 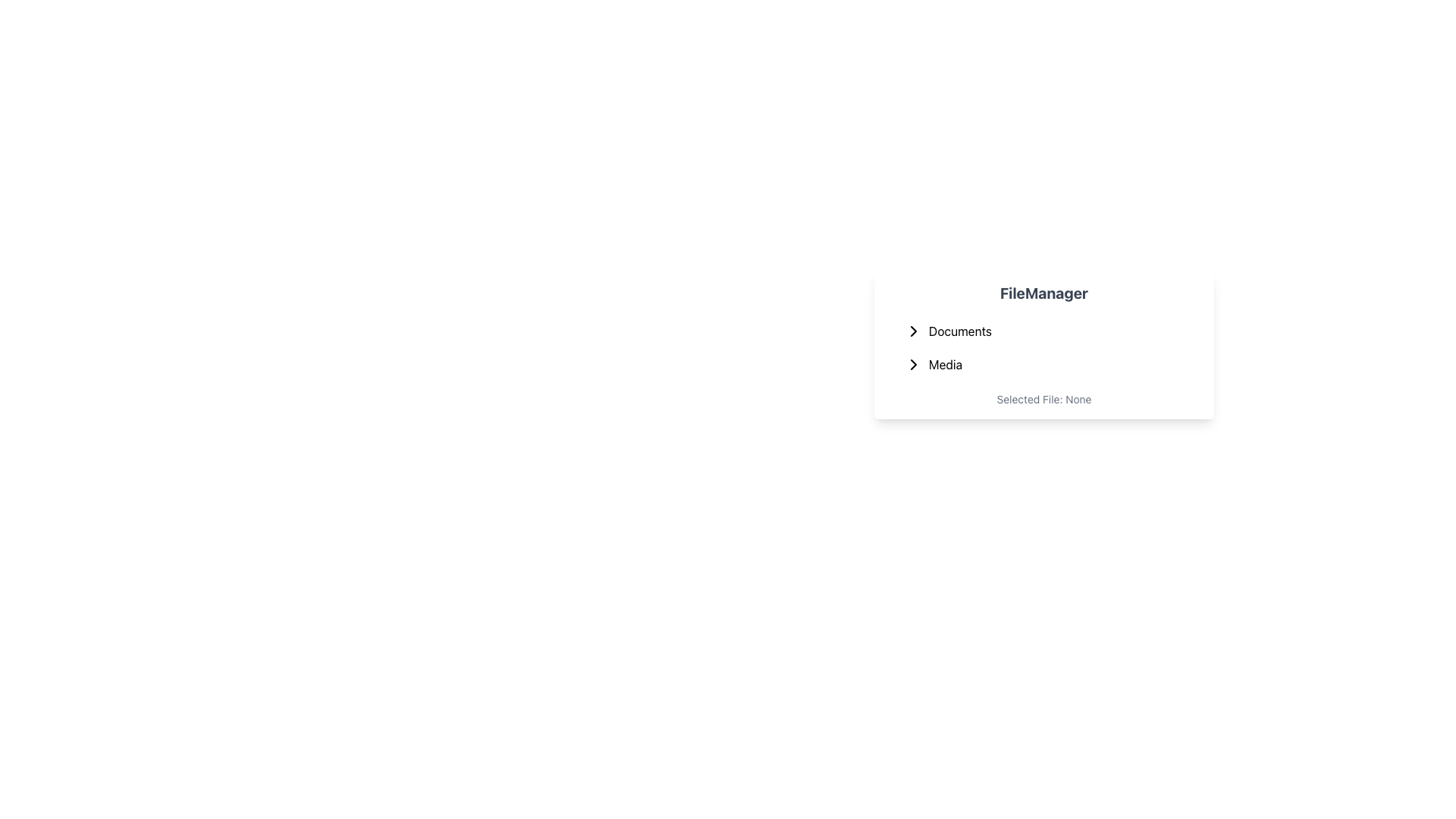 What do you see at coordinates (912, 365) in the screenshot?
I see `the Chevron icon next to the 'Media' text` at bounding box center [912, 365].